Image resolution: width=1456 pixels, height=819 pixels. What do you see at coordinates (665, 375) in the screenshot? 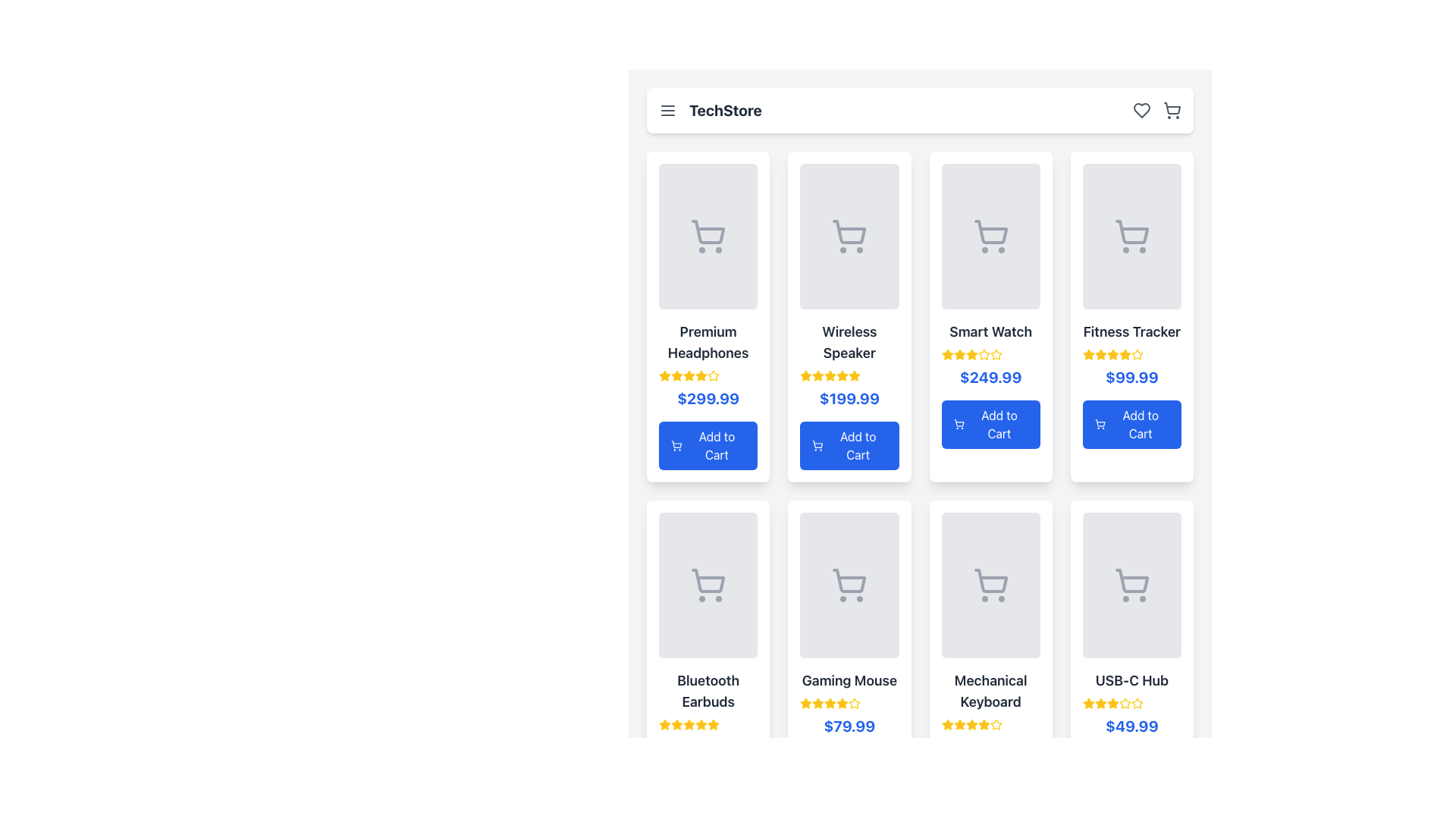
I see `the first star icon in the rating system for the 'Premium Headphones' product card to register a rating` at bounding box center [665, 375].